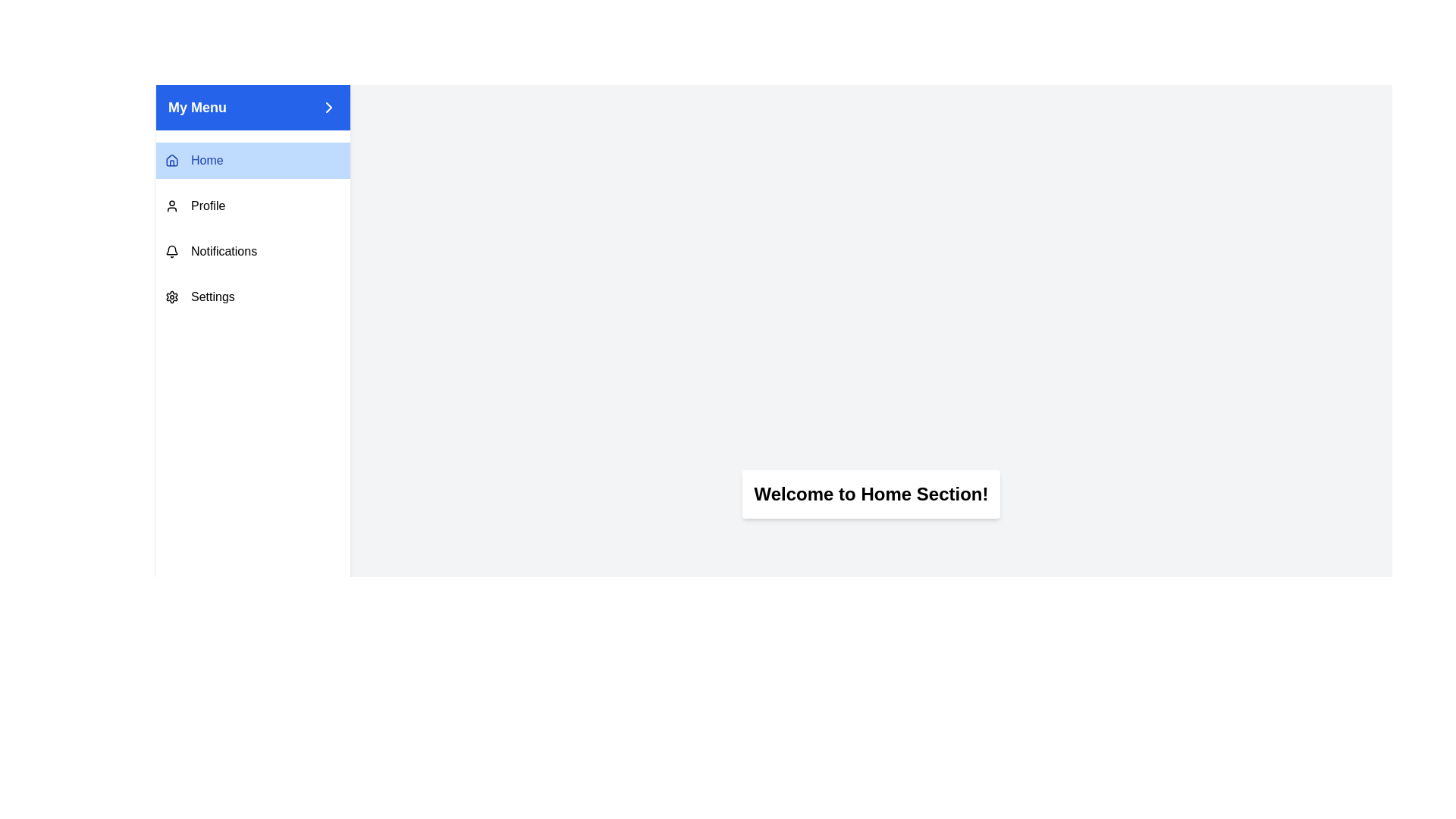 The width and height of the screenshot is (1456, 819). I want to click on the 'Profile' navigation item in the sidebar menu, so click(253, 206).